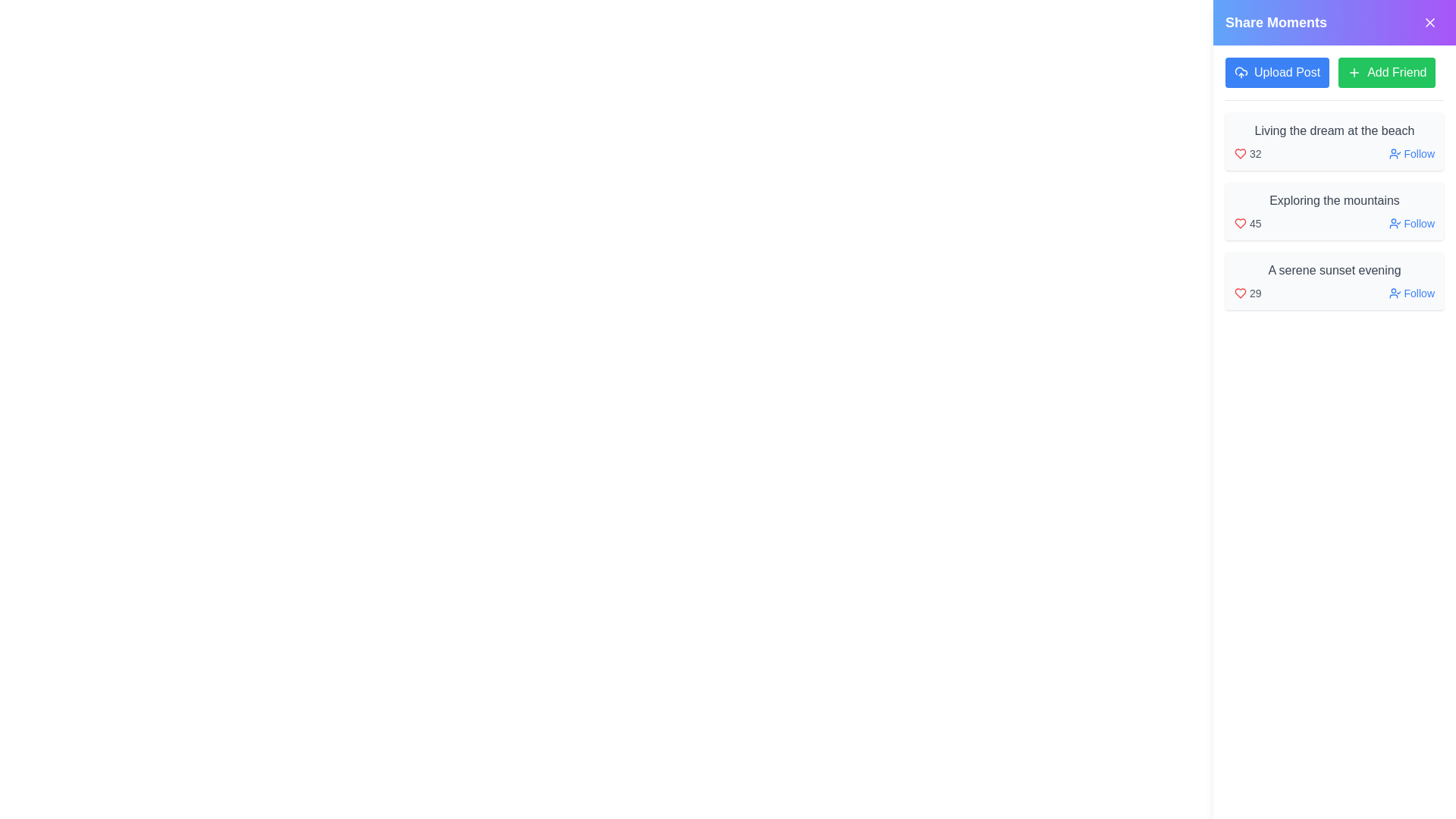 The image size is (1456, 819). What do you see at coordinates (1410, 223) in the screenshot?
I see `the 'Follow' button, which is a blue text label next to a user icon, located on the right side of the 'Exploring the mountains' row` at bounding box center [1410, 223].